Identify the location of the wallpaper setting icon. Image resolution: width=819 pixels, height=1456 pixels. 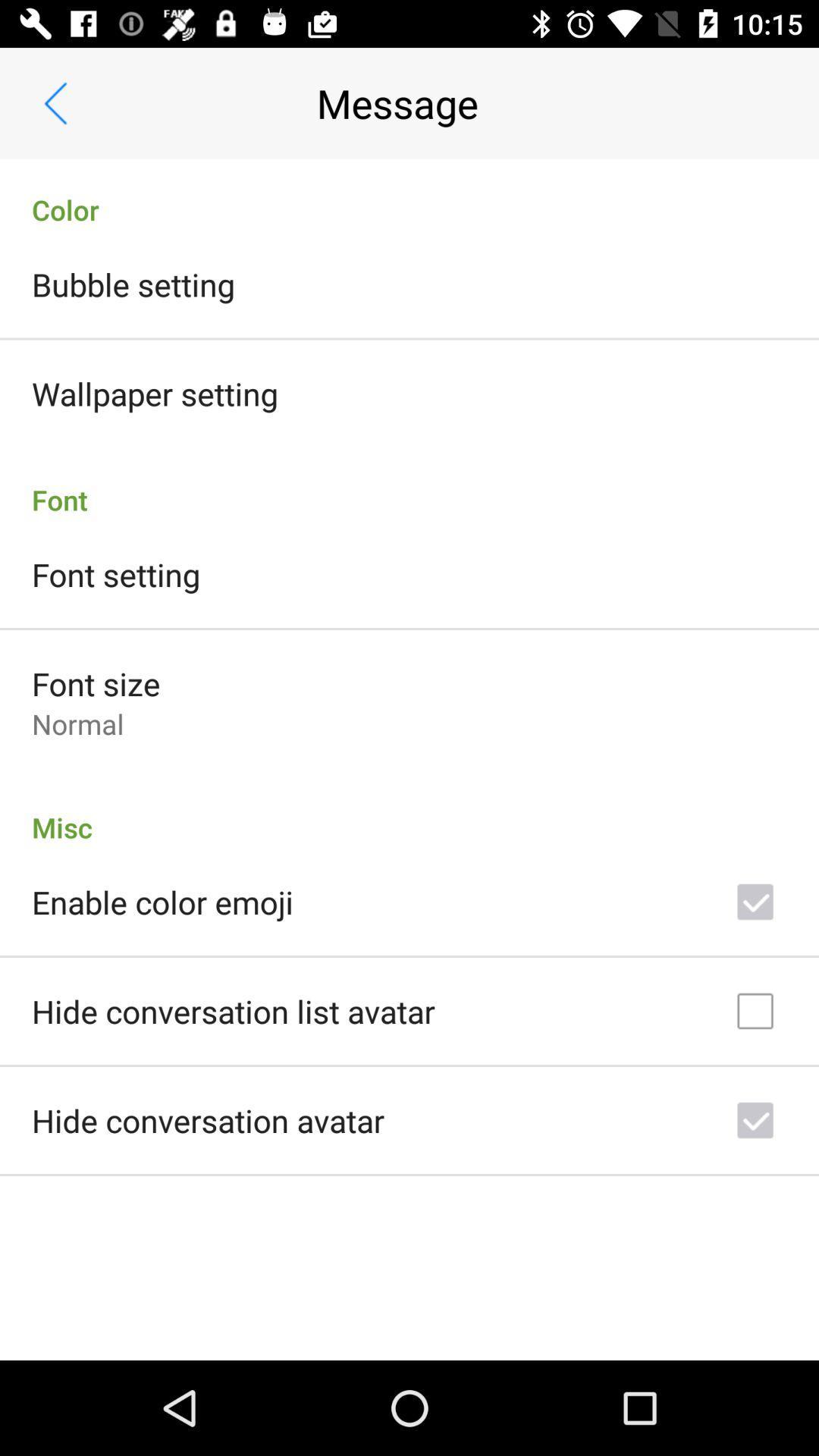
(155, 393).